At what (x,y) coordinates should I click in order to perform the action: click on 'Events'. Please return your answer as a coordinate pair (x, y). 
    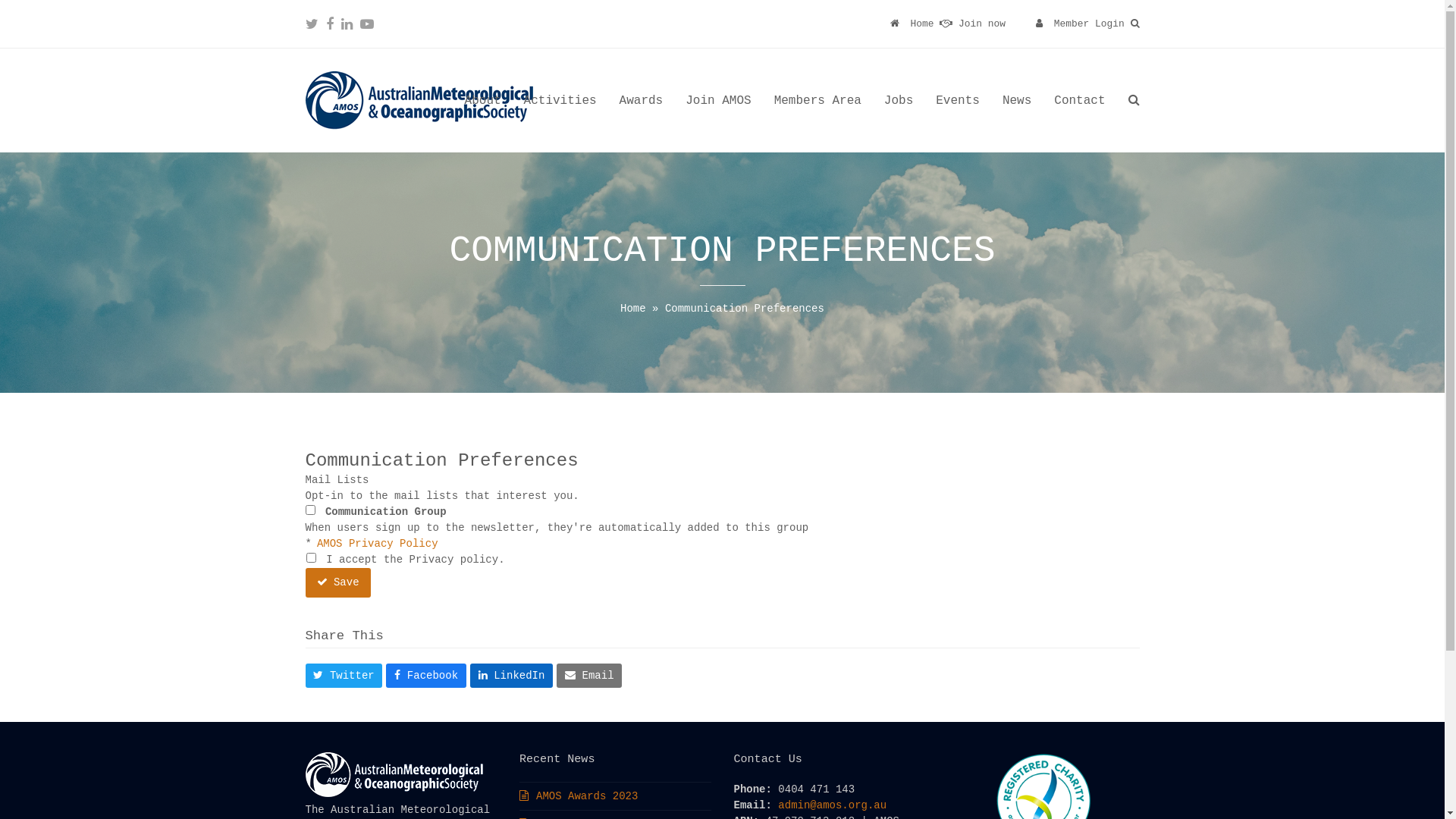
    Looking at the image, I should click on (924, 100).